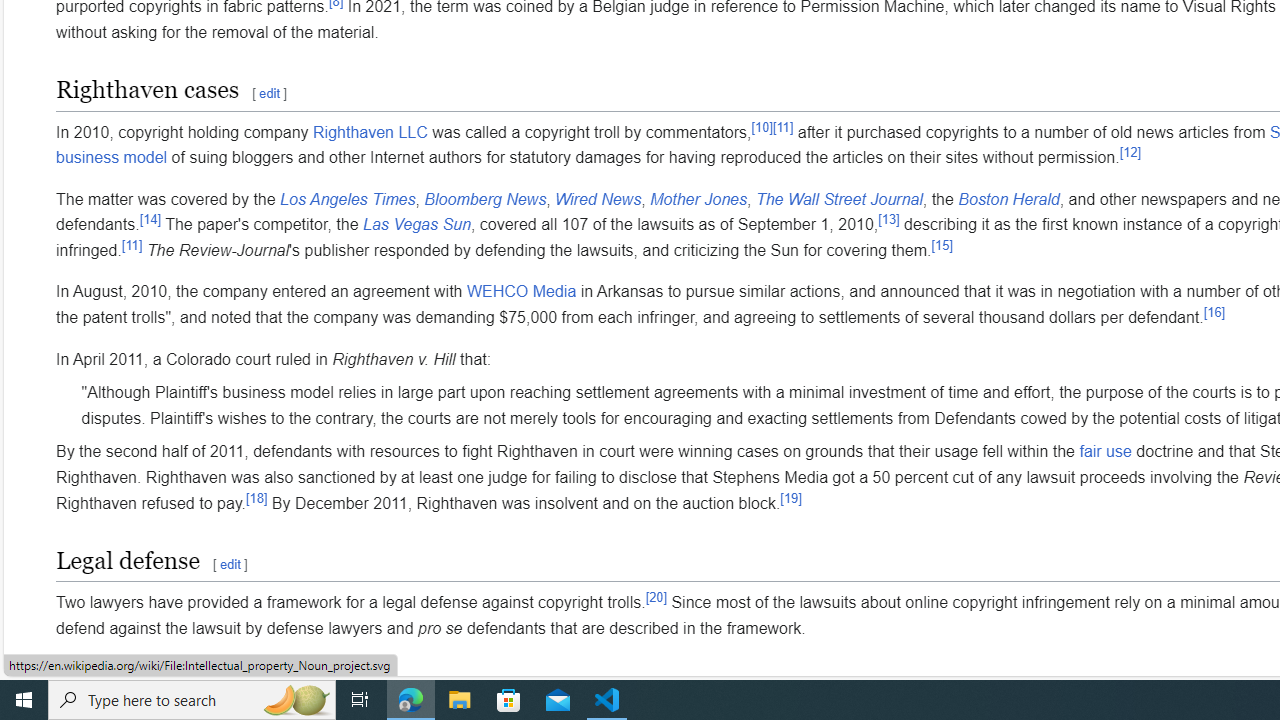 The height and width of the screenshot is (720, 1280). Describe the element at coordinates (131, 243) in the screenshot. I see `'[11]'` at that location.